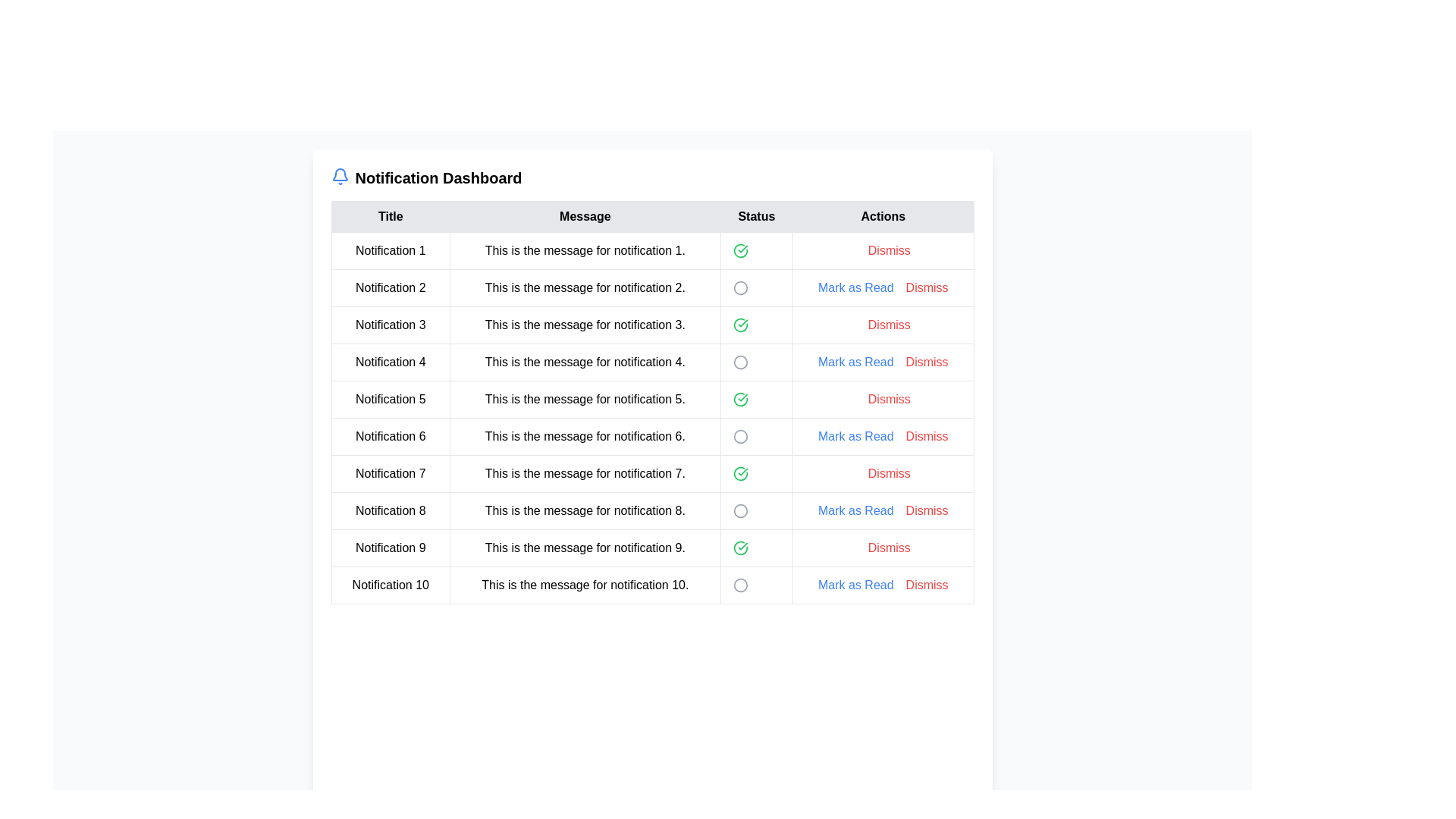 The height and width of the screenshot is (819, 1456). What do you see at coordinates (740, 584) in the screenshot?
I see `the circular gray icon located in the 'Status' column of the last row in the notifications table, positioned left of 'Mark as Read' and right of 'This is the message for notification 10'` at bounding box center [740, 584].